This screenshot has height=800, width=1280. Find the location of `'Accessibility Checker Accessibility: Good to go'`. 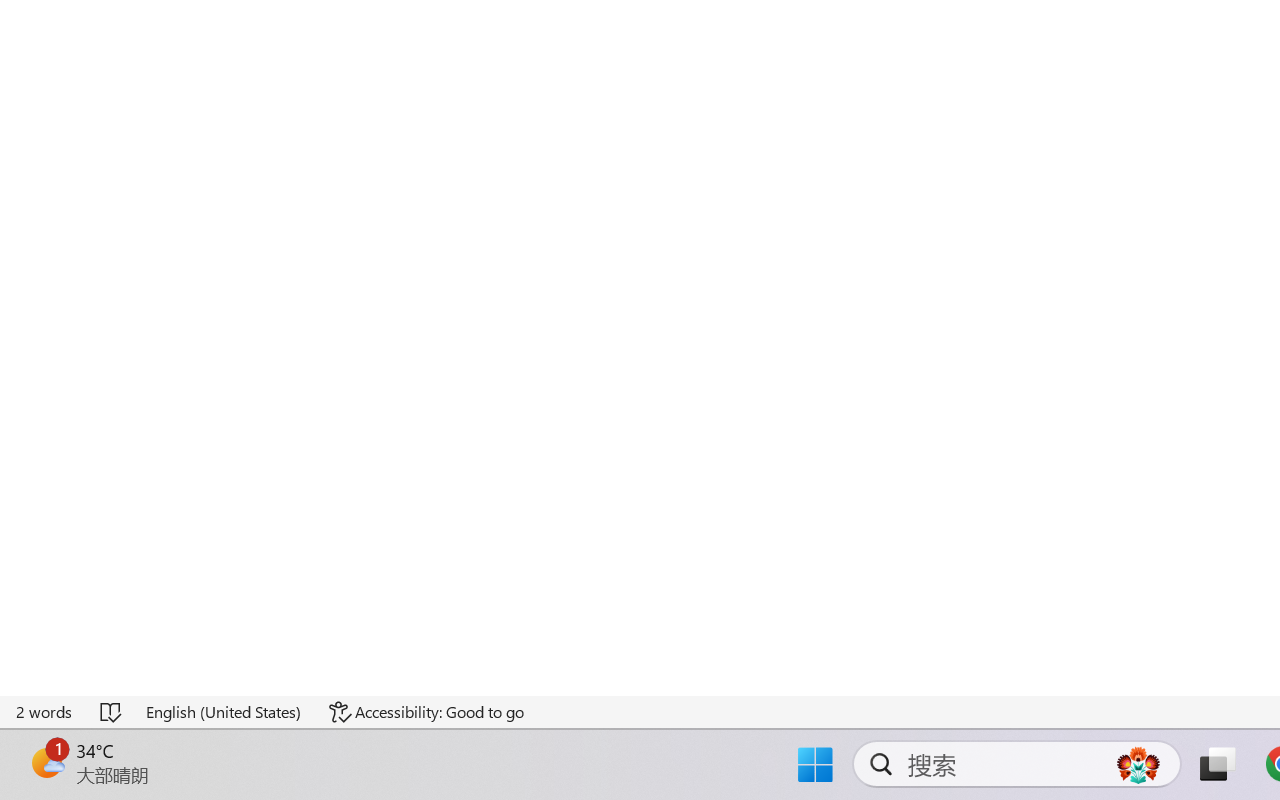

'Accessibility Checker Accessibility: Good to go' is located at coordinates (425, 711).